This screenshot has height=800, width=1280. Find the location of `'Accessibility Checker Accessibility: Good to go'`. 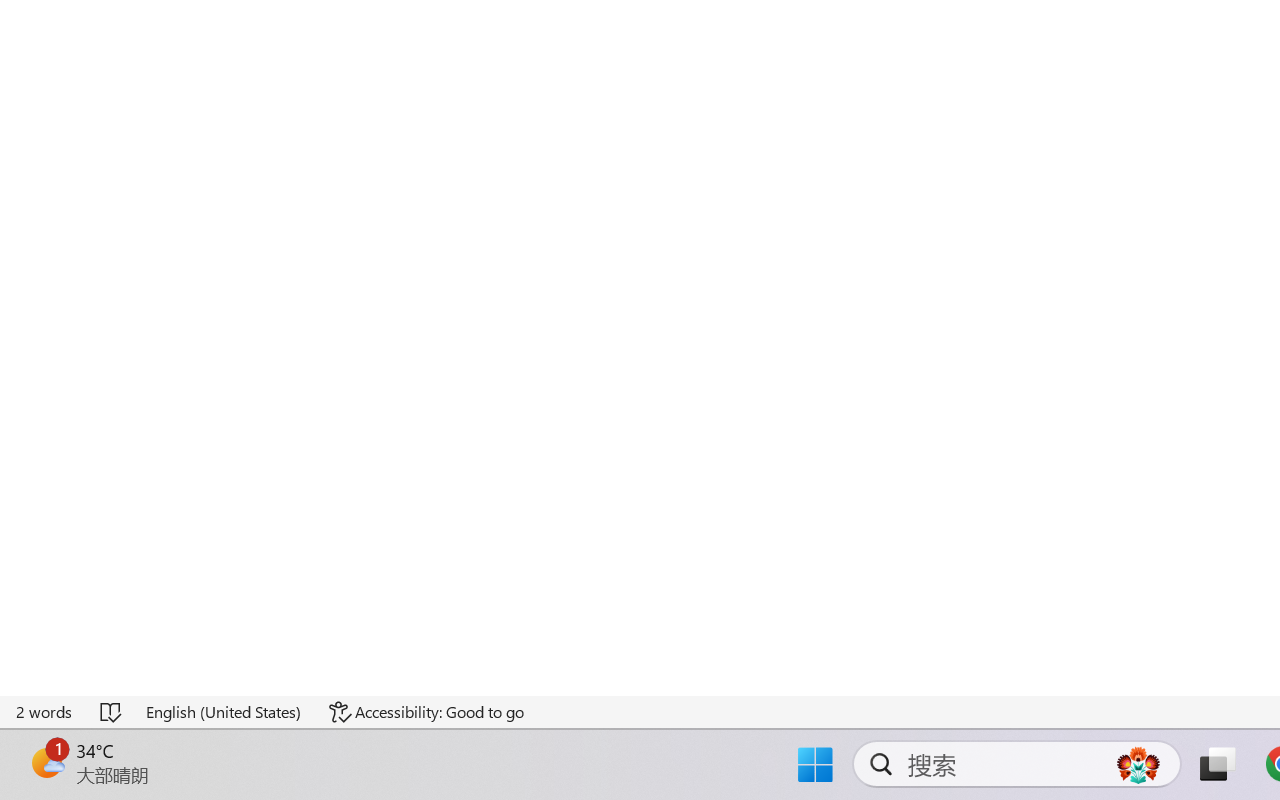

'Accessibility Checker Accessibility: Good to go' is located at coordinates (425, 711).